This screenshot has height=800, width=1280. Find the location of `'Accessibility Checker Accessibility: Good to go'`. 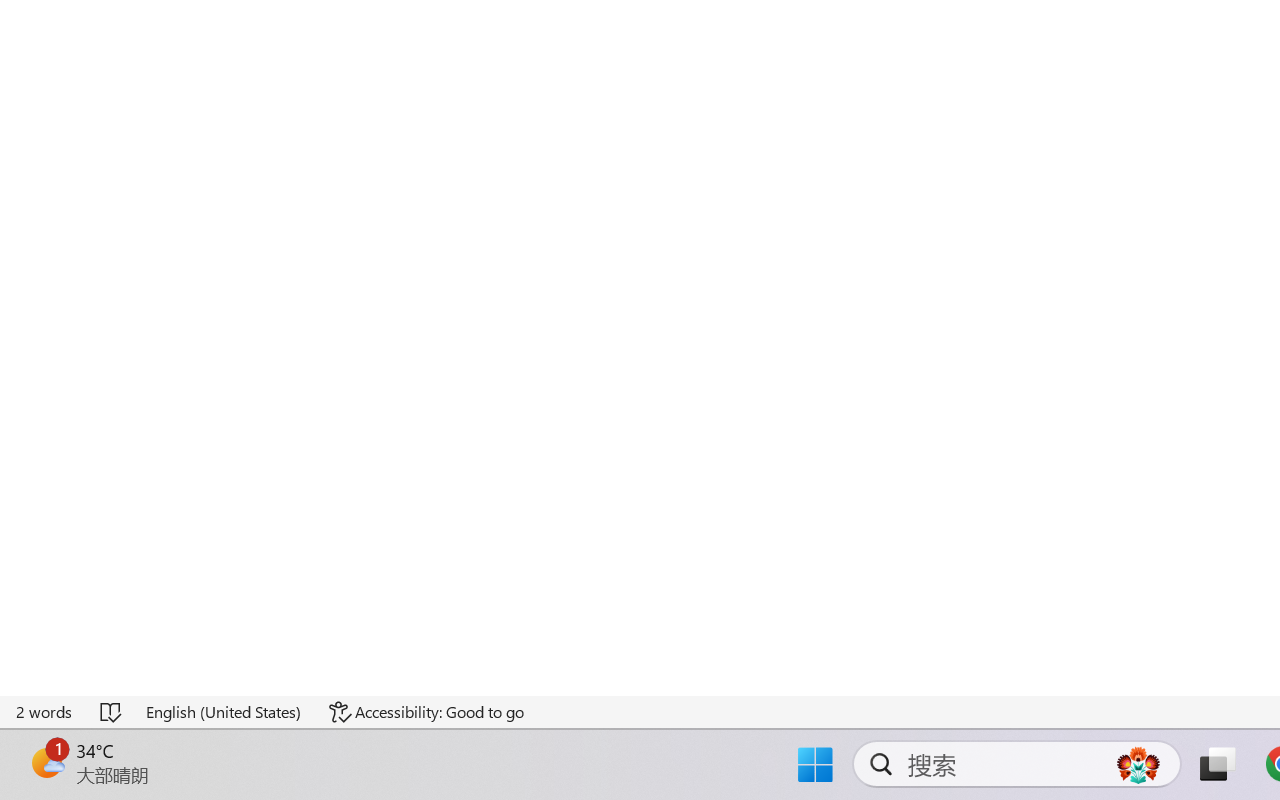

'Accessibility Checker Accessibility: Good to go' is located at coordinates (425, 711).